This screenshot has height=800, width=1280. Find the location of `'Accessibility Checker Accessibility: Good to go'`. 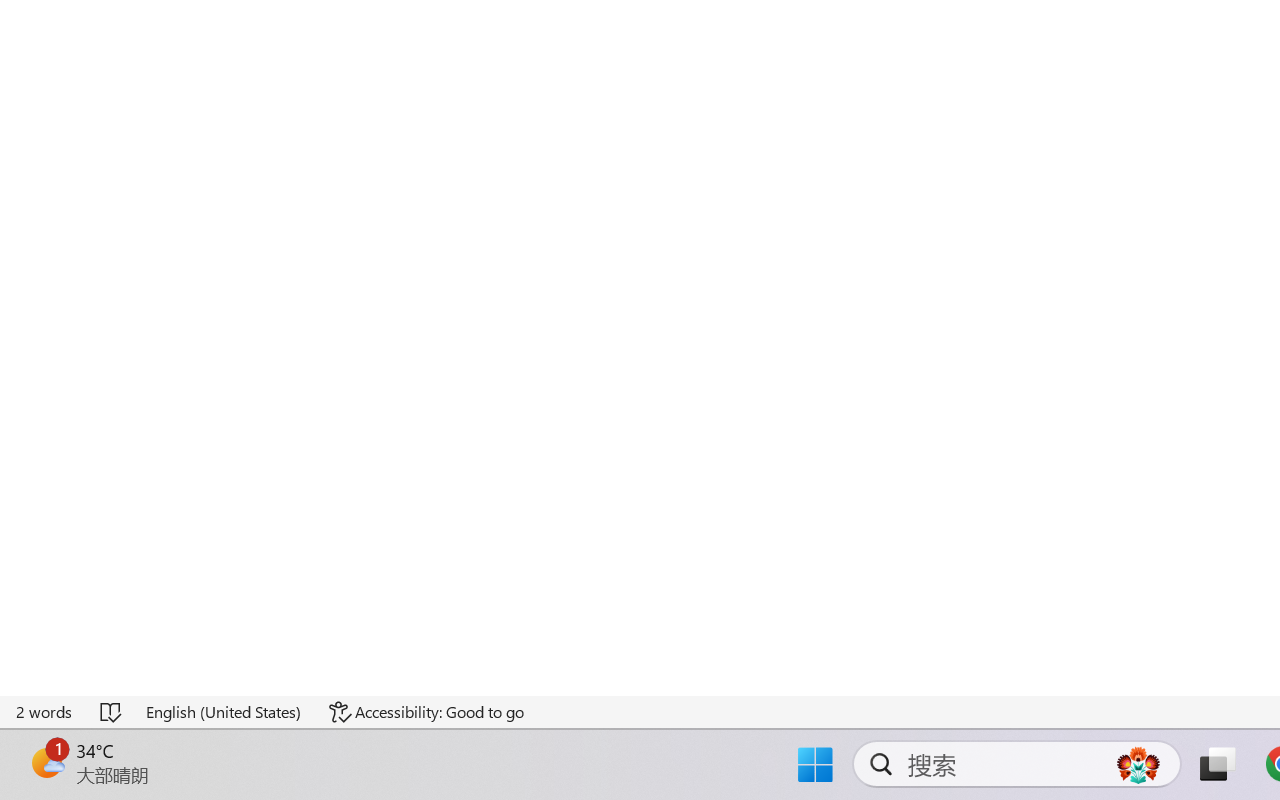

'Accessibility Checker Accessibility: Good to go' is located at coordinates (425, 711).